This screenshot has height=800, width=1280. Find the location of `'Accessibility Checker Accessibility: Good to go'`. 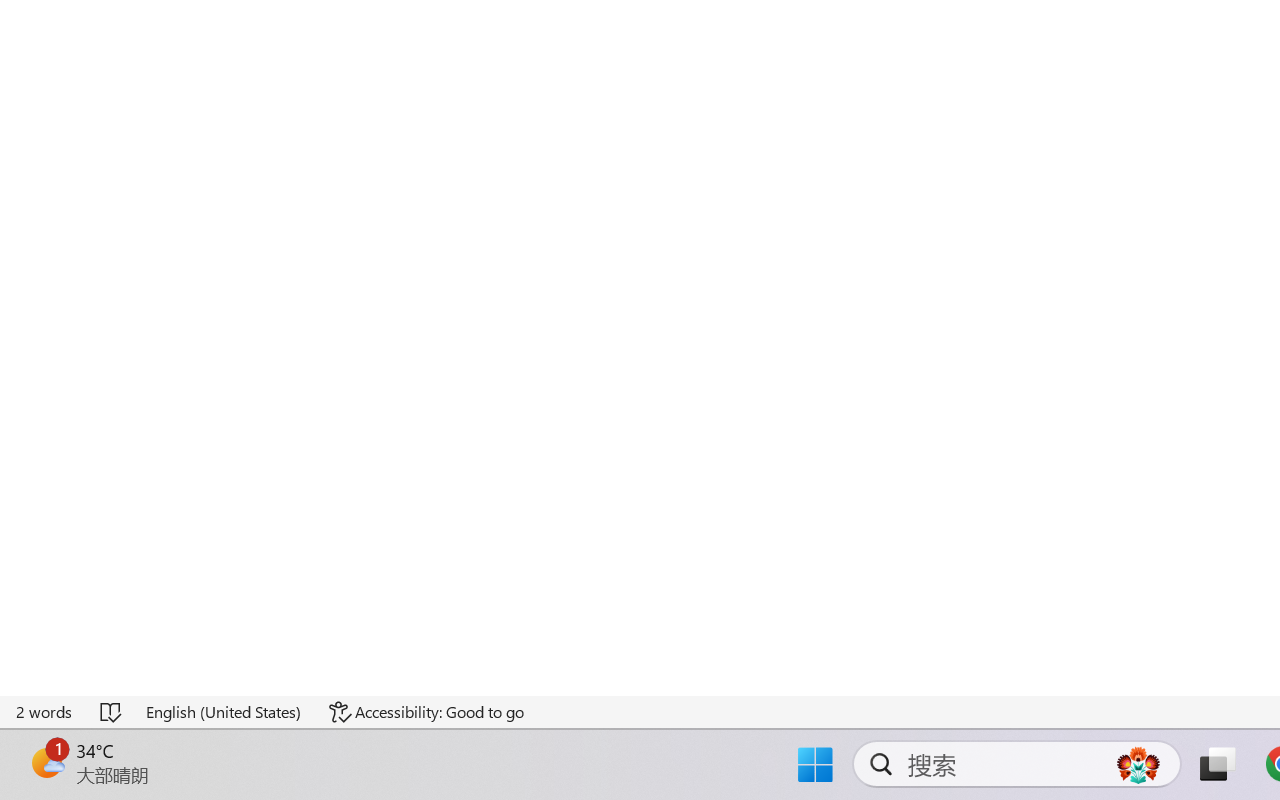

'Accessibility Checker Accessibility: Good to go' is located at coordinates (425, 711).